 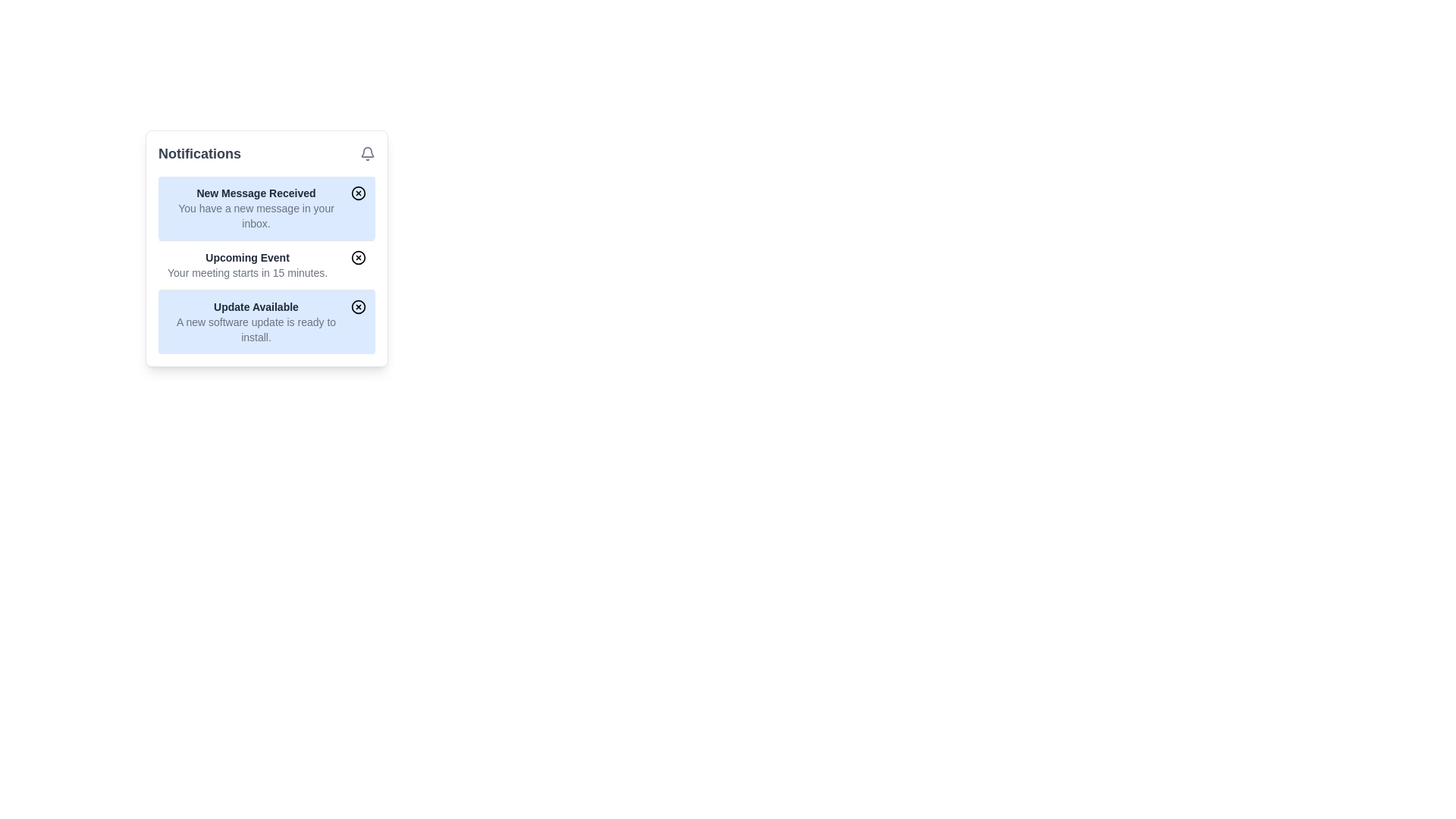 What do you see at coordinates (367, 154) in the screenshot?
I see `the bell icon located at the top-right corner of the notification panel to interact with it` at bounding box center [367, 154].